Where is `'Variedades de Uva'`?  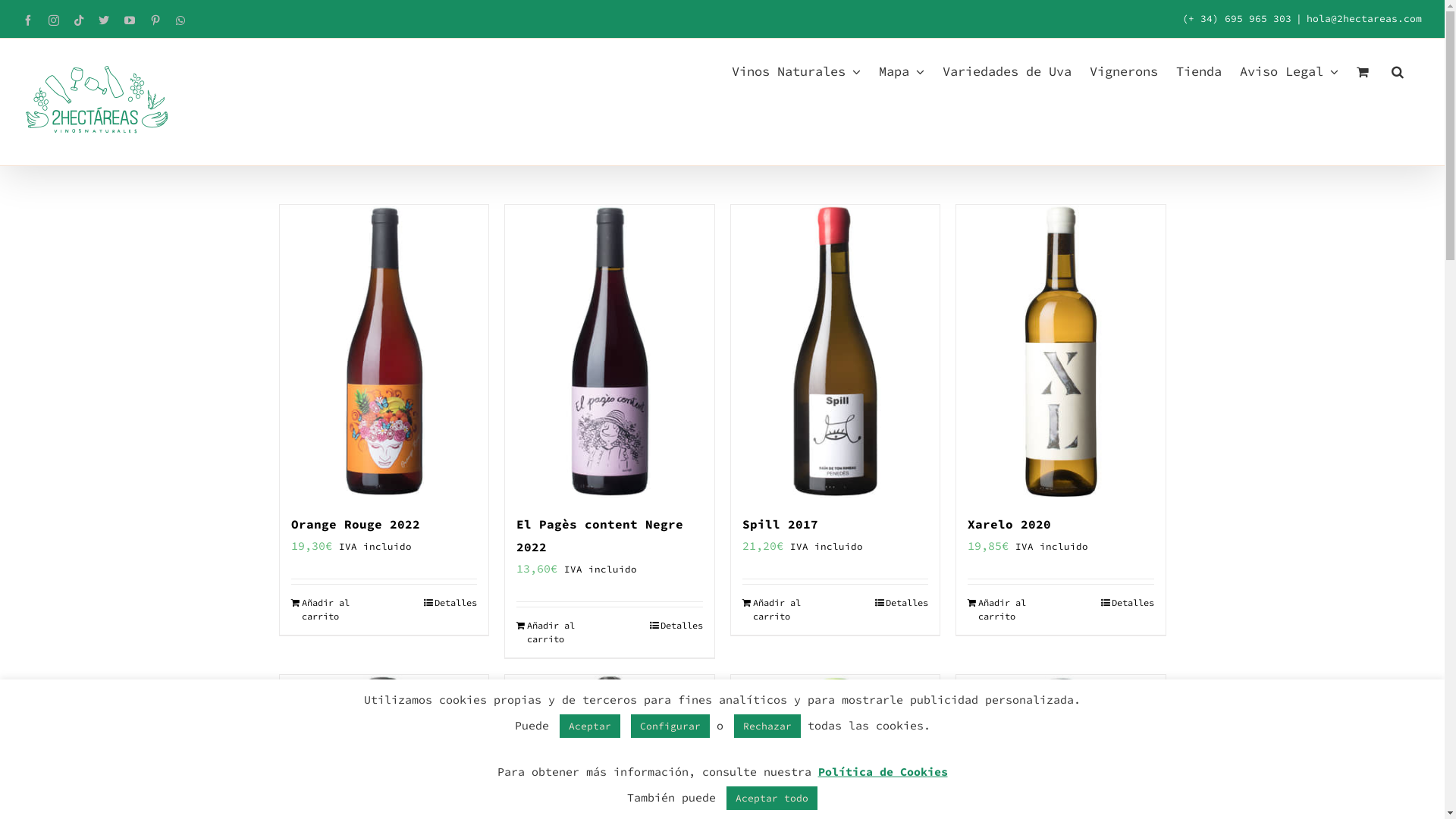
'Variedades de Uva' is located at coordinates (942, 70).